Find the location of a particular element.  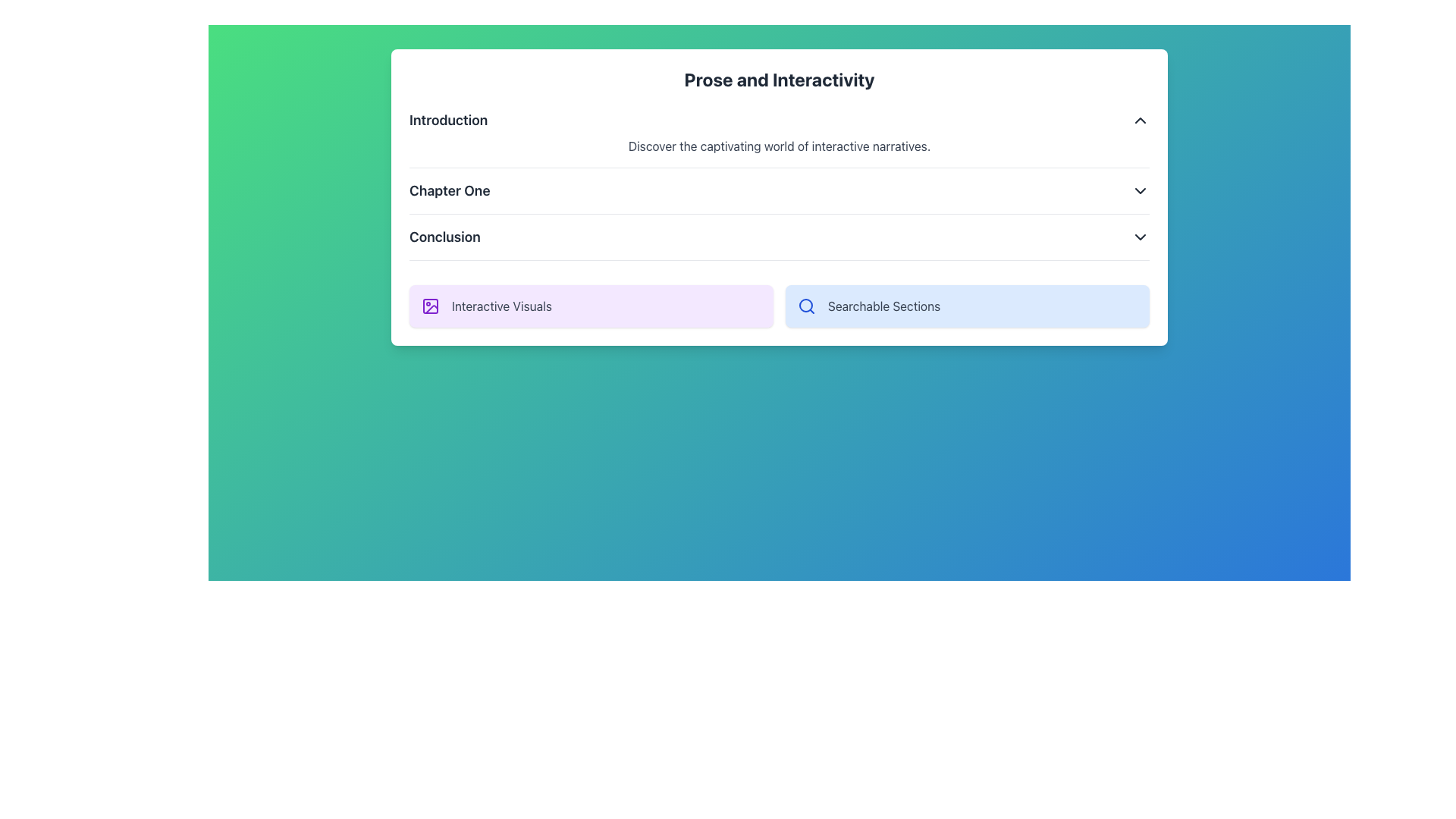

the text label displaying 'Conclusion', which is bold and larger than surrounding text, positioned as the title of the third section in the main content area is located at coordinates (444, 237).